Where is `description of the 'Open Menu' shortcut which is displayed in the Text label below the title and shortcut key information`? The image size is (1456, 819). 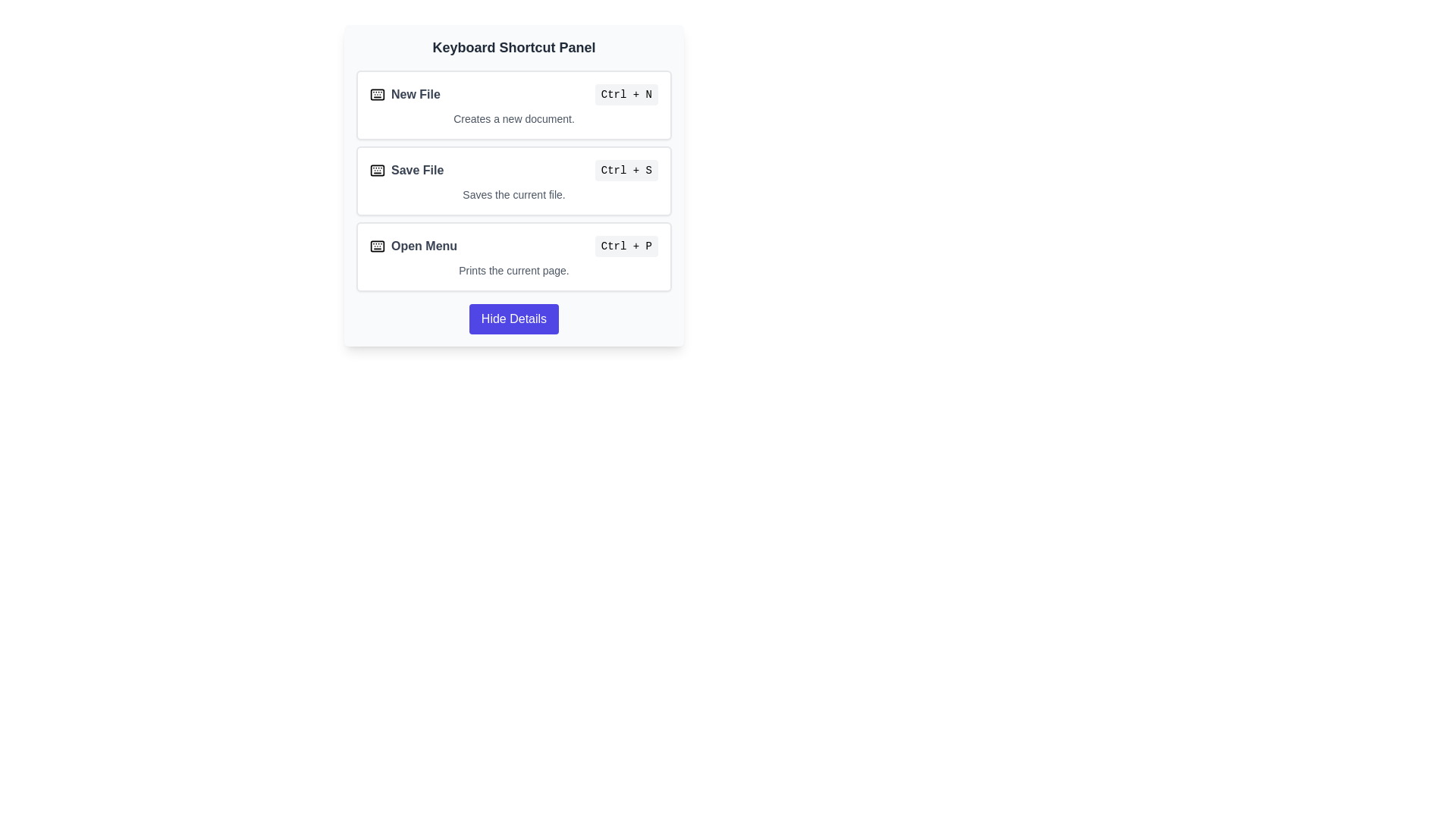
description of the 'Open Menu' shortcut which is displayed in the Text label below the title and shortcut key information is located at coordinates (513, 270).